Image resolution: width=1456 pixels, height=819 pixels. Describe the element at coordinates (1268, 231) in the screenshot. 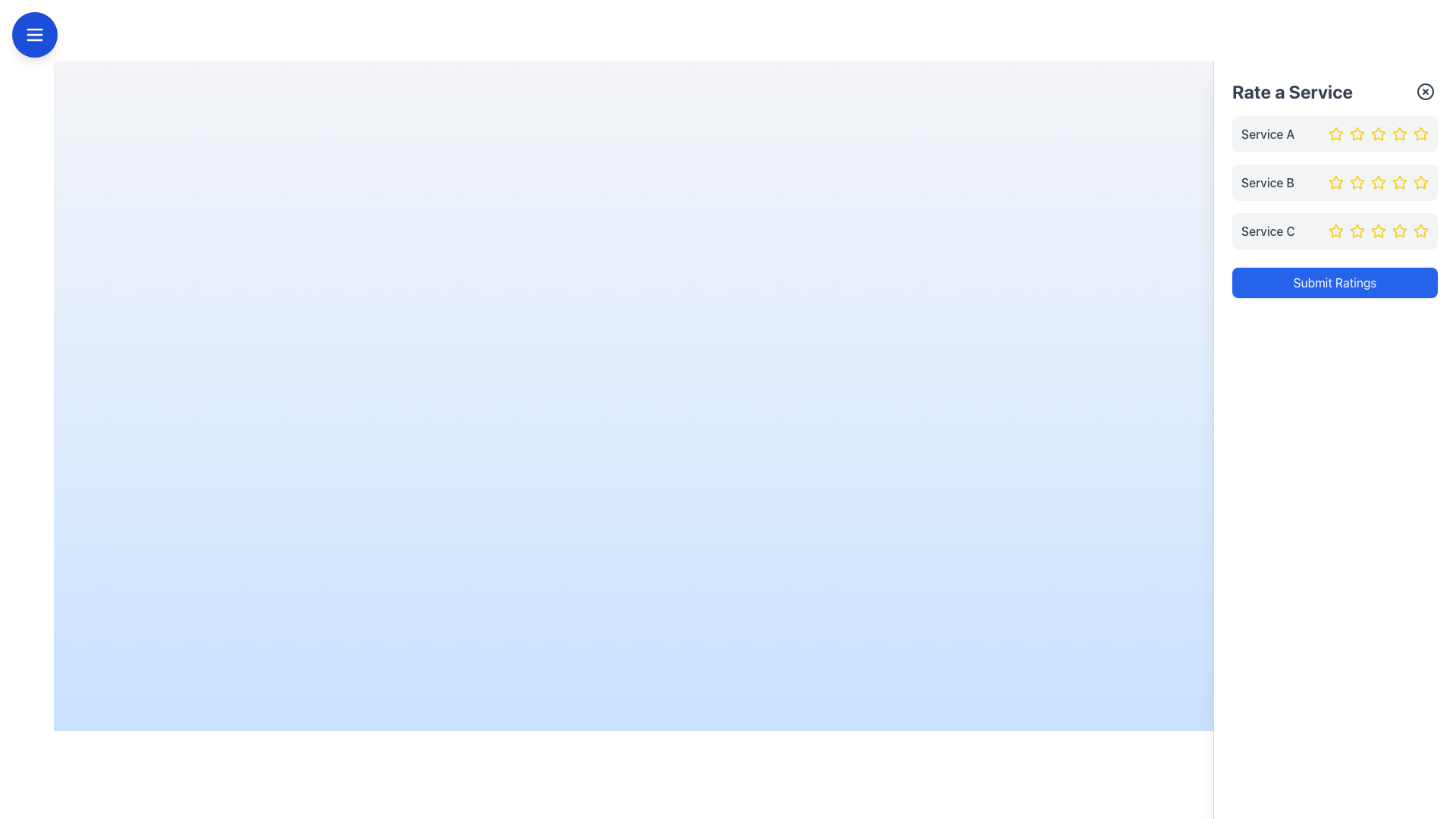

I see `the third text label in the vertical list of services under the 'Rate a Service' heading, which identifies the service being rated` at that location.